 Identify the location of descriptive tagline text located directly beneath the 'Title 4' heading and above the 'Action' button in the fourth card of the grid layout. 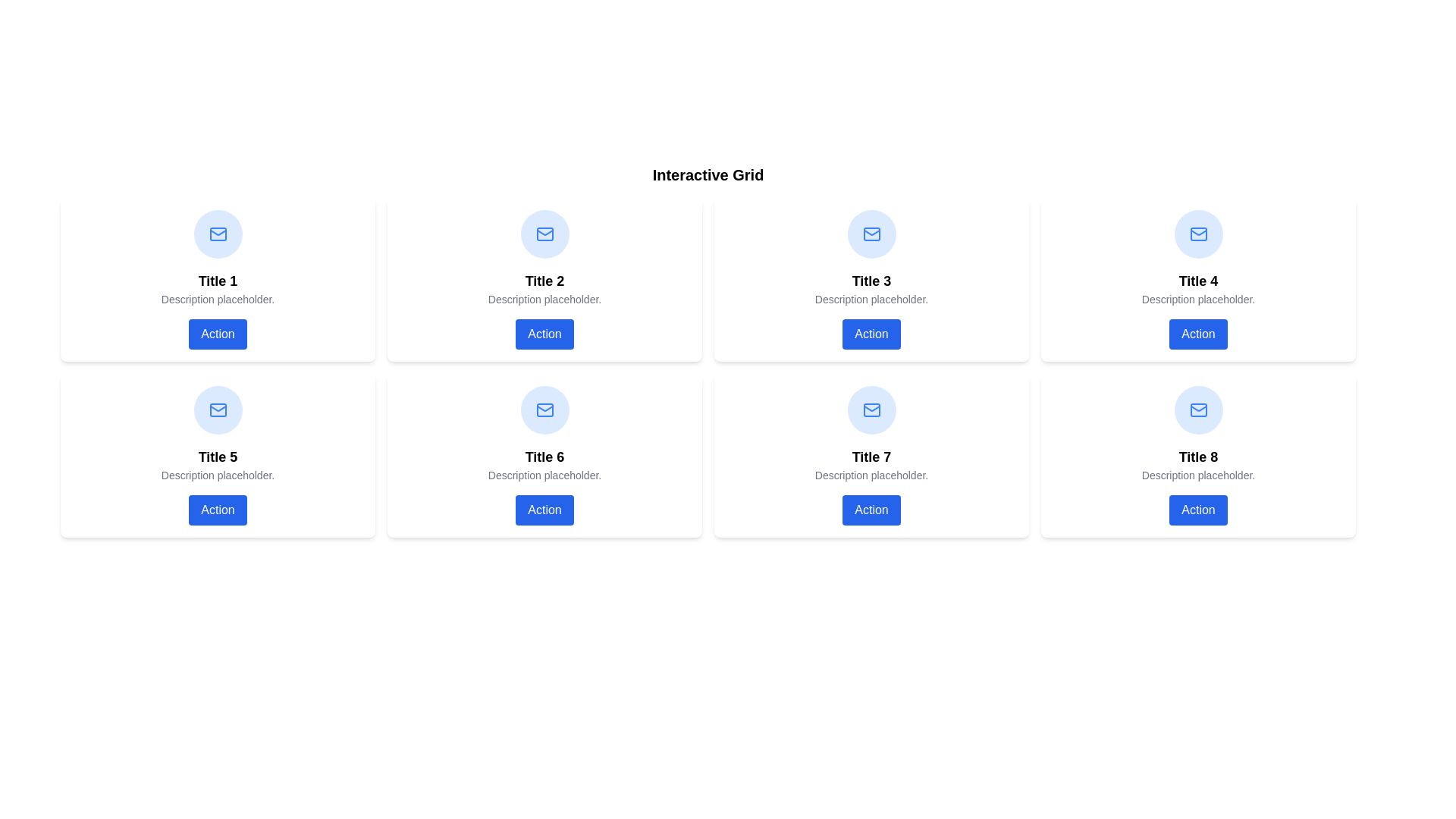
(1197, 299).